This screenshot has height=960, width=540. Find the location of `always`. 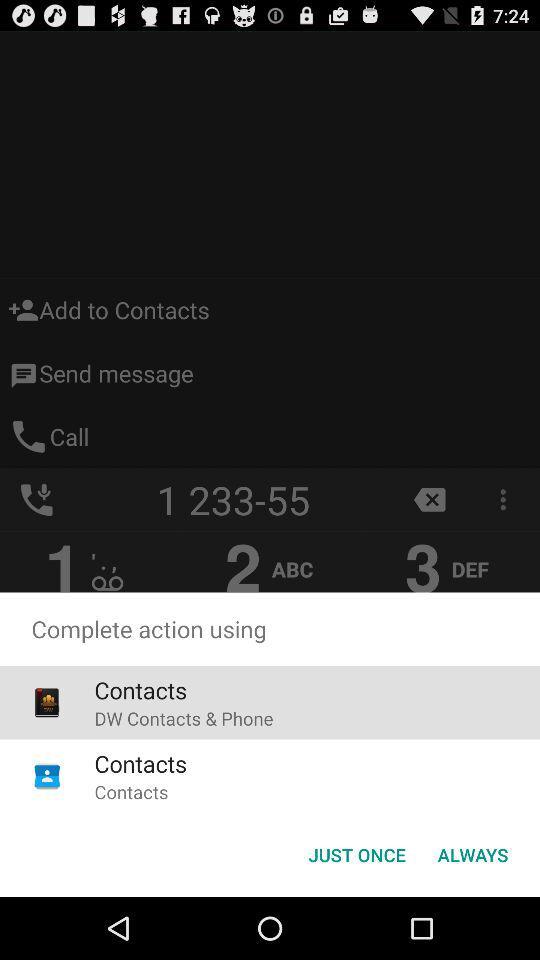

always is located at coordinates (472, 853).